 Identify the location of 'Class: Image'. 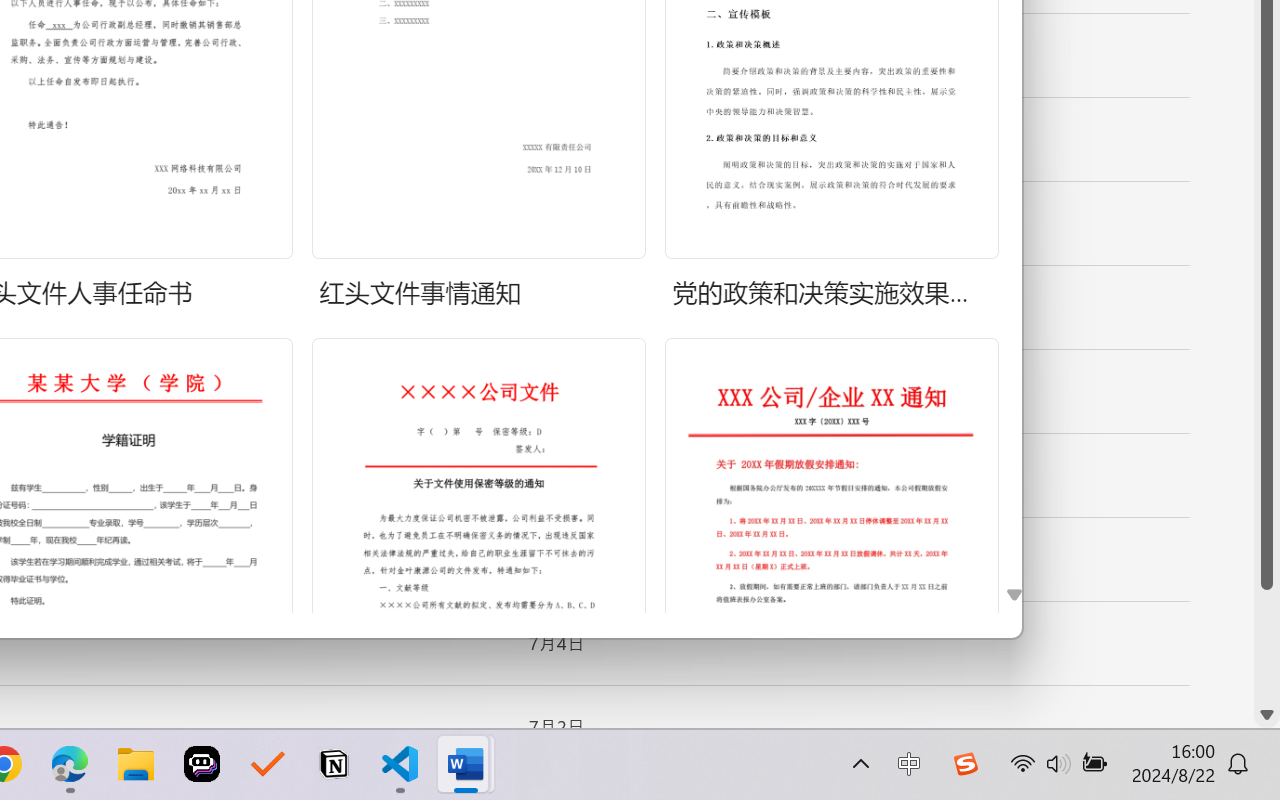
(965, 764).